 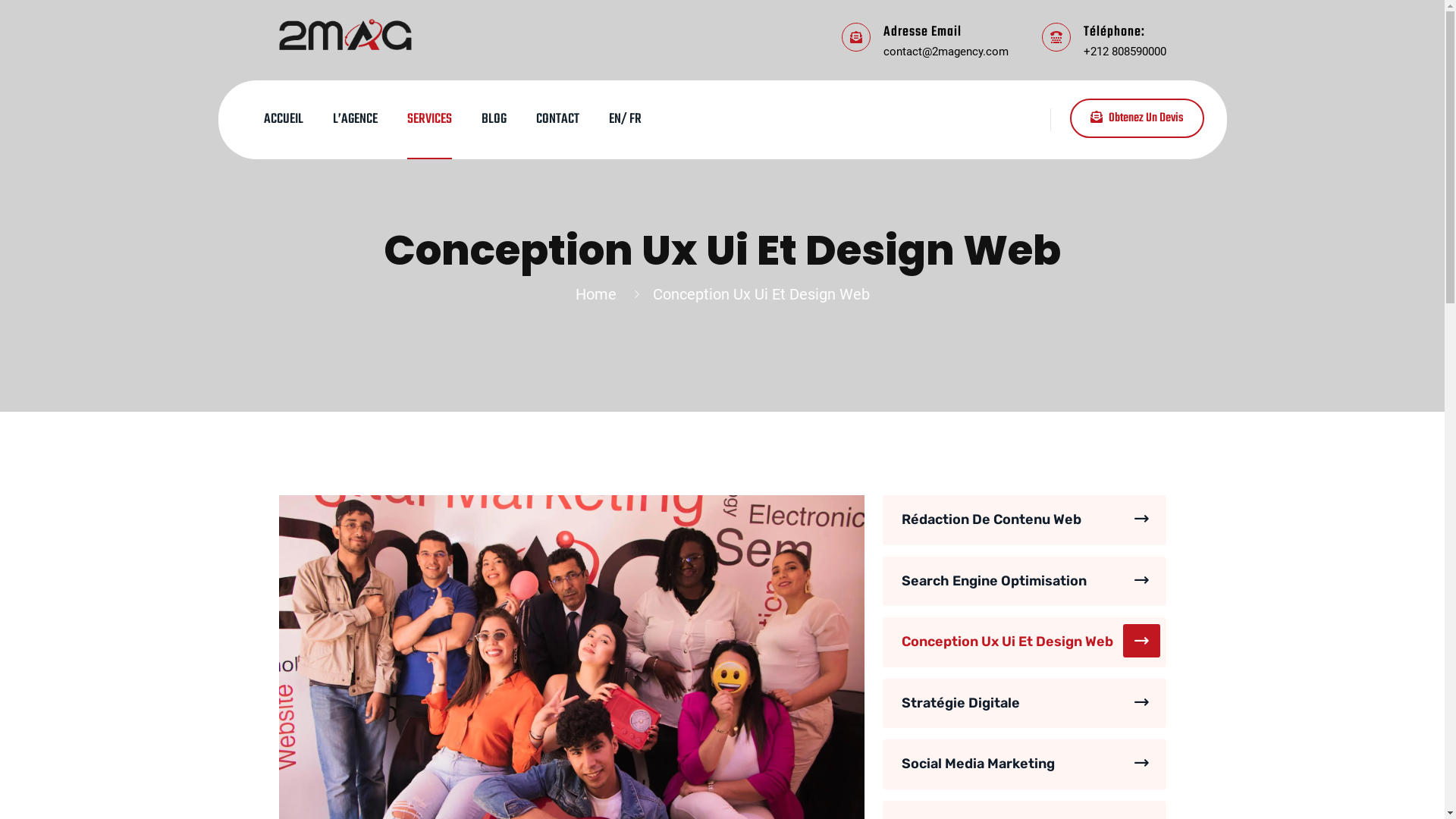 I want to click on 'Obtenez Un Devis', so click(x=1136, y=117).